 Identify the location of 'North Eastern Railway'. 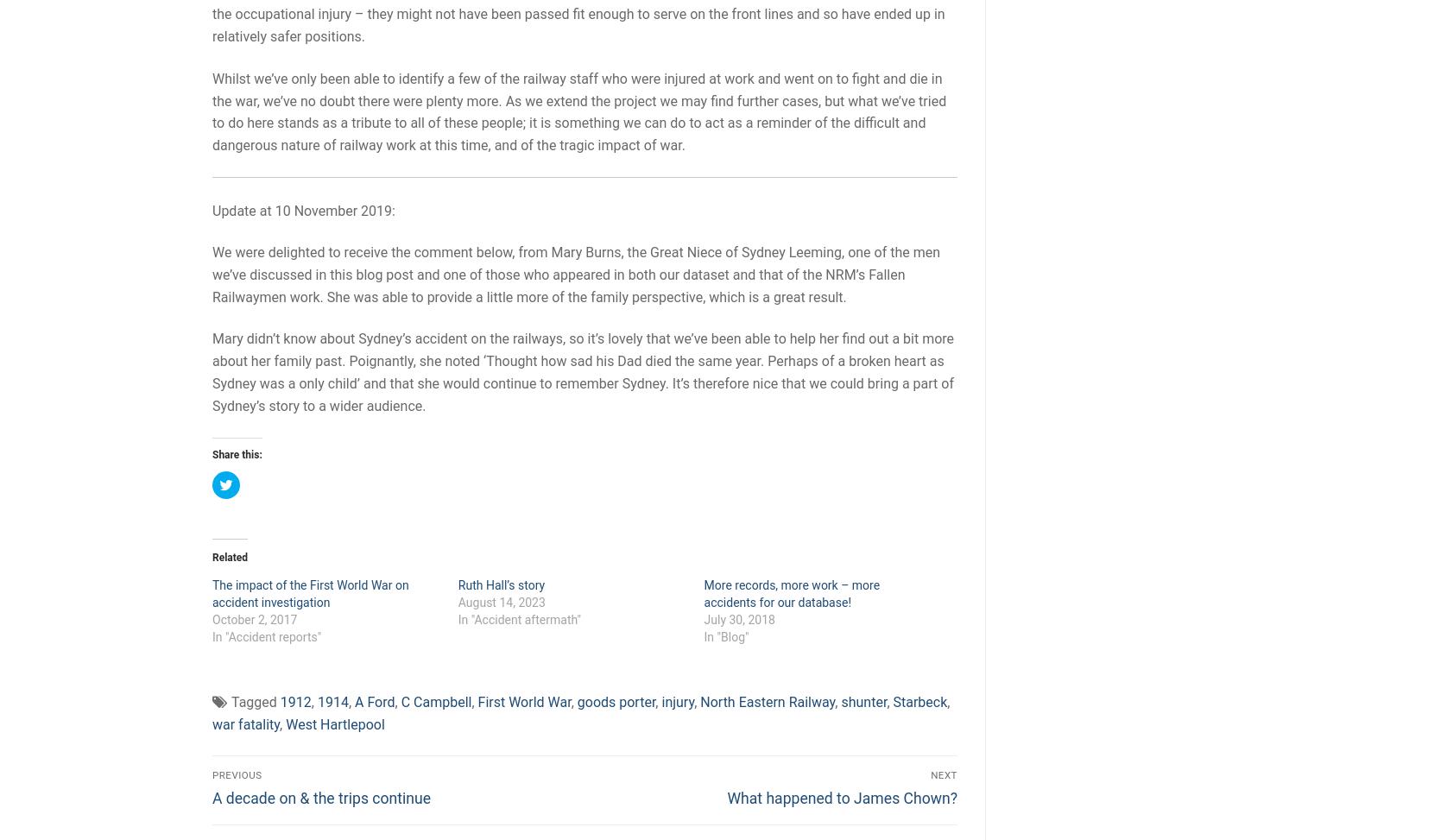
(767, 701).